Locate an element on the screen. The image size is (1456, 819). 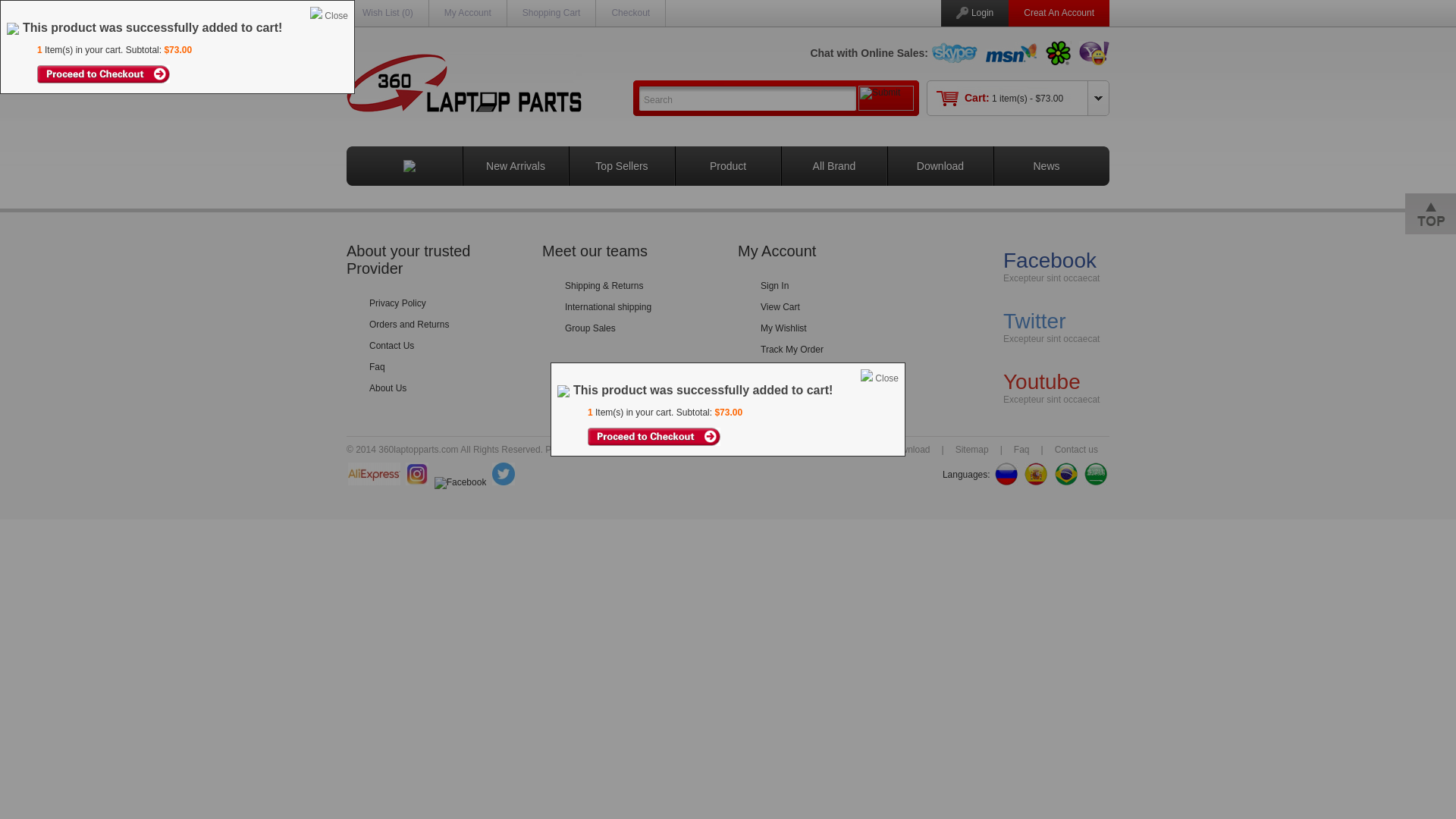
'Faq' is located at coordinates (1002, 449).